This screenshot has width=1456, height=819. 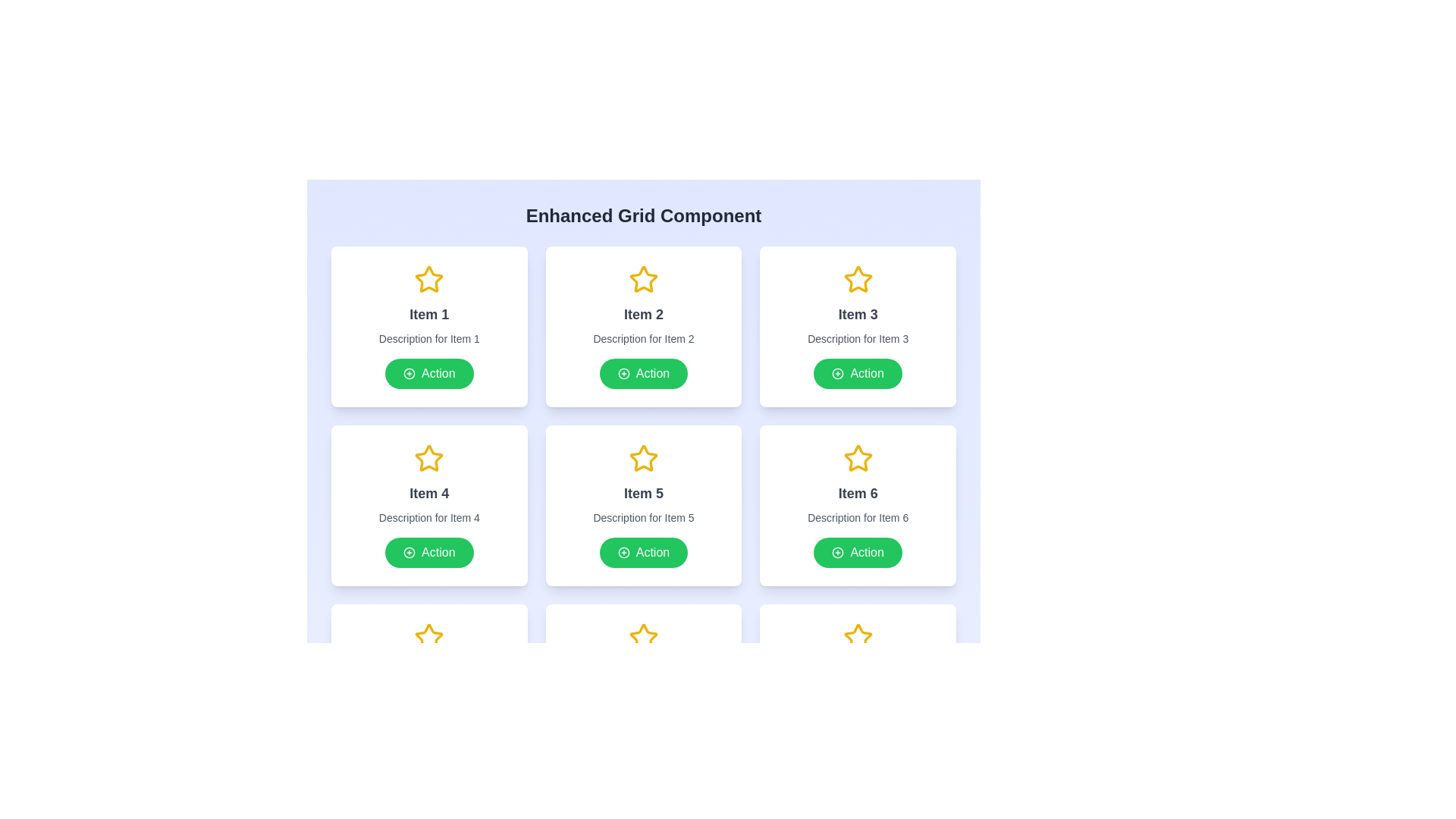 What do you see at coordinates (837, 553) in the screenshot?
I see `the small circular graphical icon depicting a plus sign inside the 'Action' button located under the card for 'Item 6' in the grid layout` at bounding box center [837, 553].